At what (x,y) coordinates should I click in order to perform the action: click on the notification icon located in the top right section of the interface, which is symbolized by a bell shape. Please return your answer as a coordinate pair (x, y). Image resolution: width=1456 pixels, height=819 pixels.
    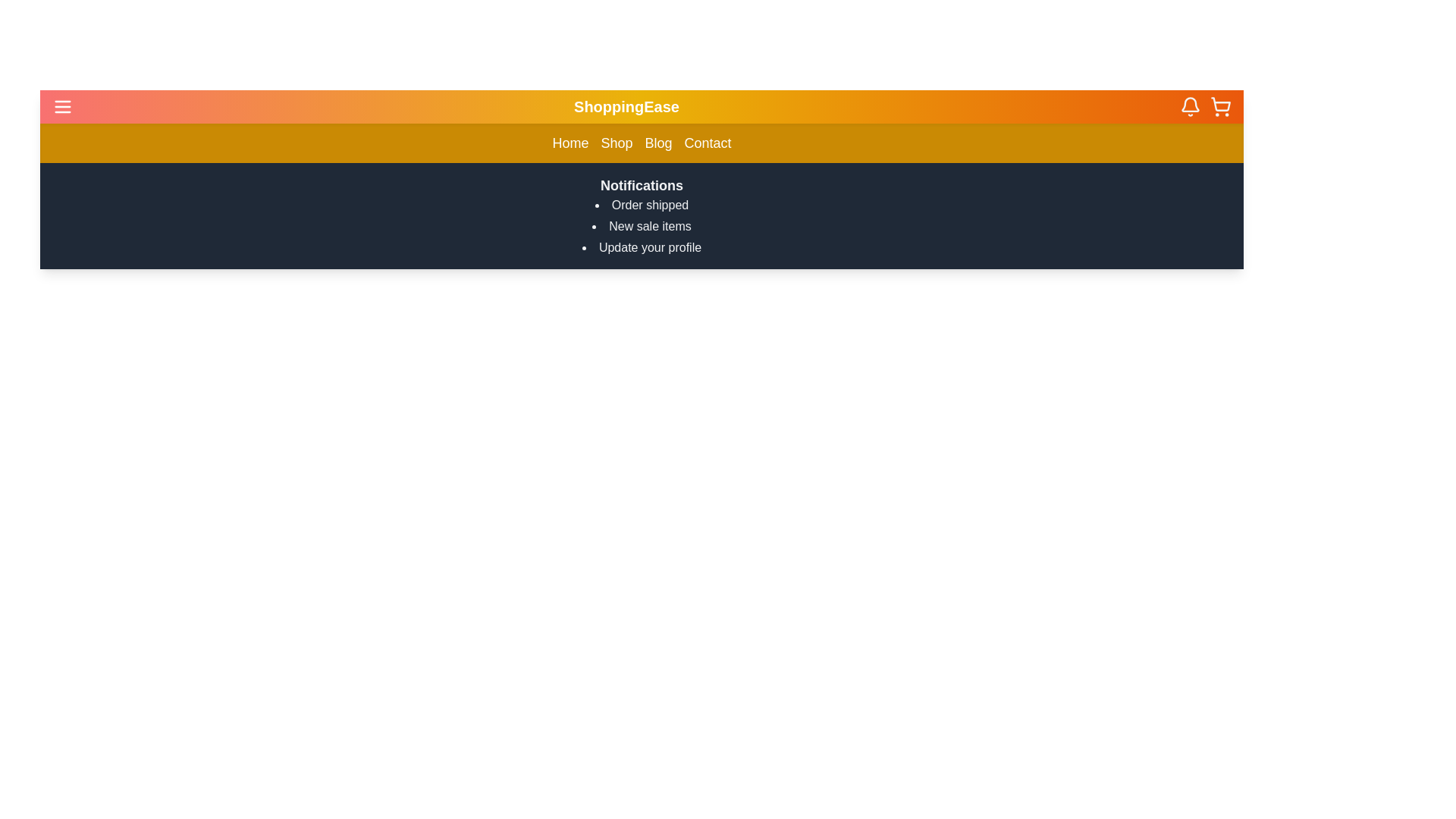
    Looking at the image, I should click on (1189, 104).